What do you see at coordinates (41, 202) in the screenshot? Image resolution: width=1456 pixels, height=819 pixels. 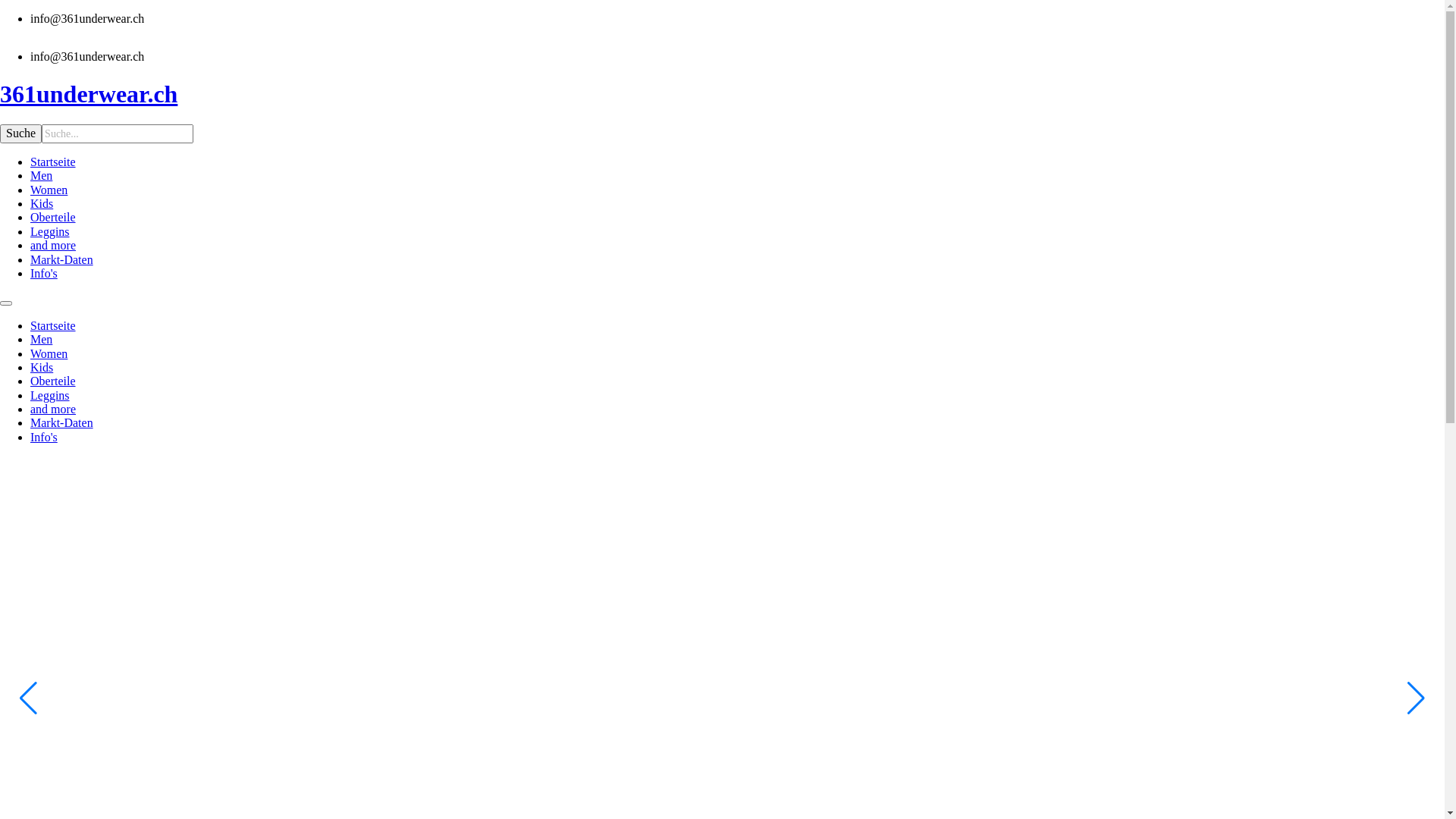 I see `'Kids'` at bounding box center [41, 202].